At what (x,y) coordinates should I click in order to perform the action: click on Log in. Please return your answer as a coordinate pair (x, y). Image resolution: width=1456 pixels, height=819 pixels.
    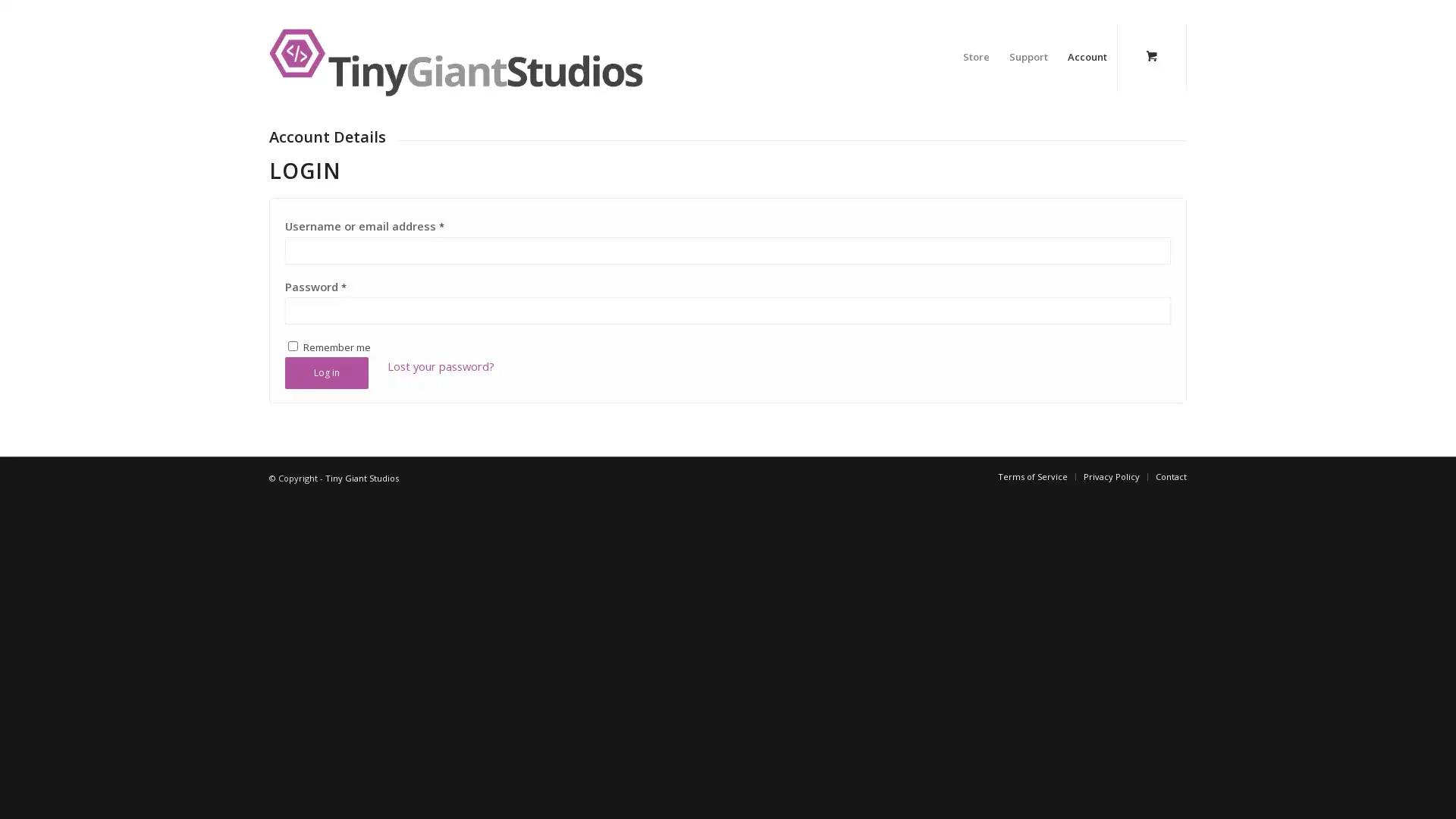
    Looking at the image, I should click on (326, 554).